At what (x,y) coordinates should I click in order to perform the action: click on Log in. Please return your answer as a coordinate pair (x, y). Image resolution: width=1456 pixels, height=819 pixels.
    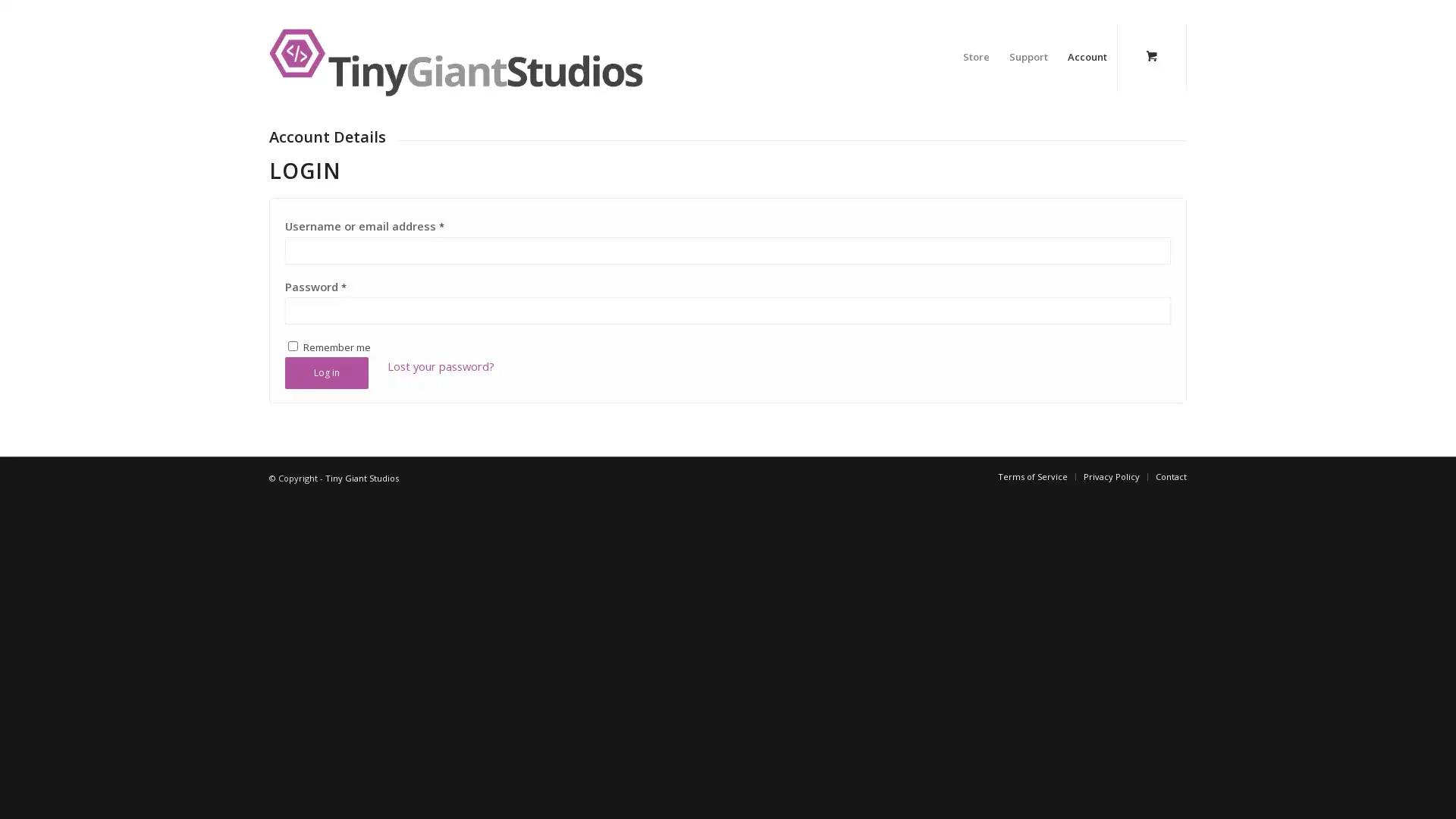
    Looking at the image, I should click on (326, 554).